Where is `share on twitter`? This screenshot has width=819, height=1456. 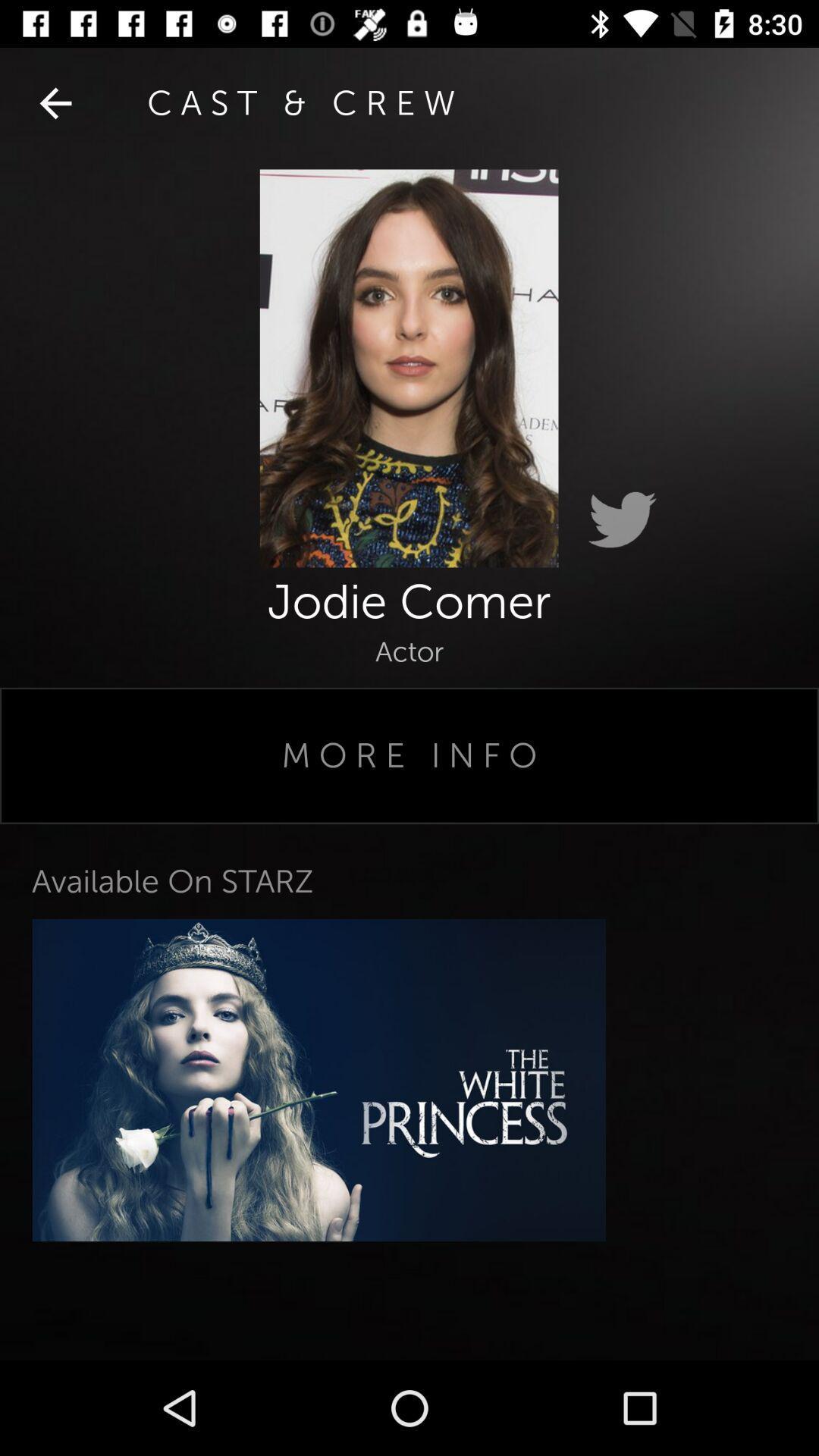
share on twitter is located at coordinates (622, 520).